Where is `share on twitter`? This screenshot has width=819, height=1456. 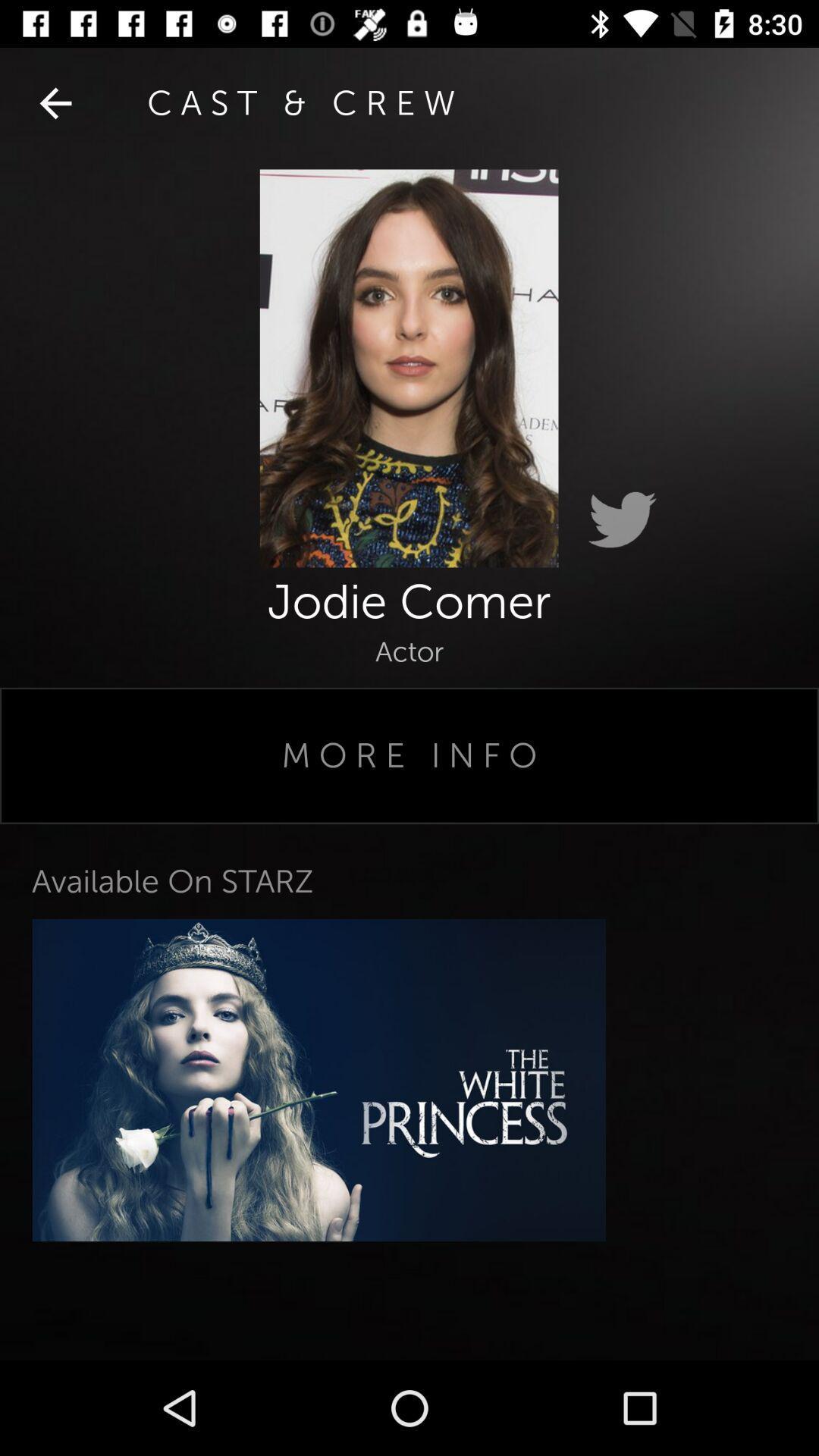
share on twitter is located at coordinates (622, 520).